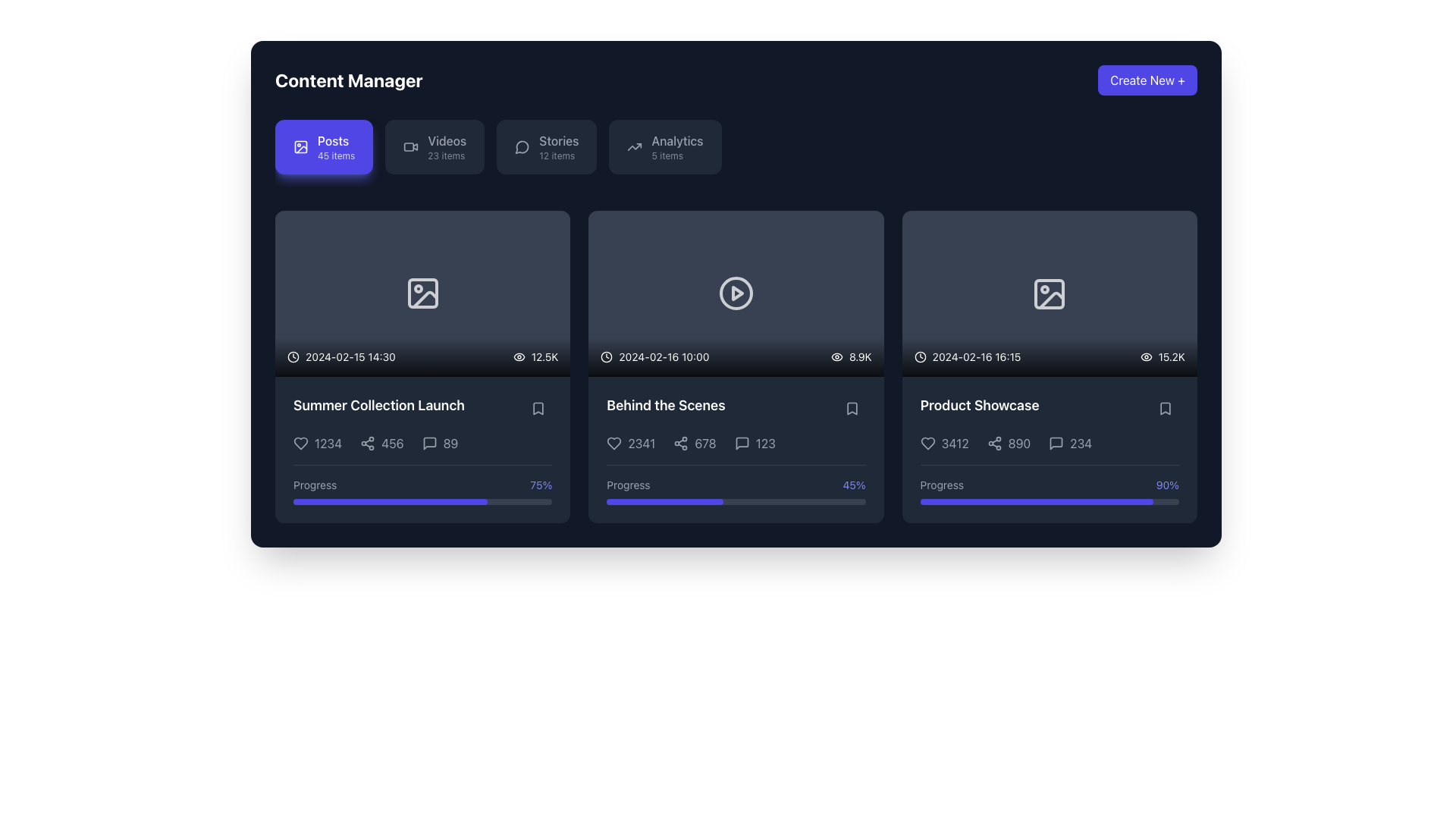  I want to click on the likes indicator icon located above the like count '3412' in the 'Product Showcase' card, so click(927, 444).